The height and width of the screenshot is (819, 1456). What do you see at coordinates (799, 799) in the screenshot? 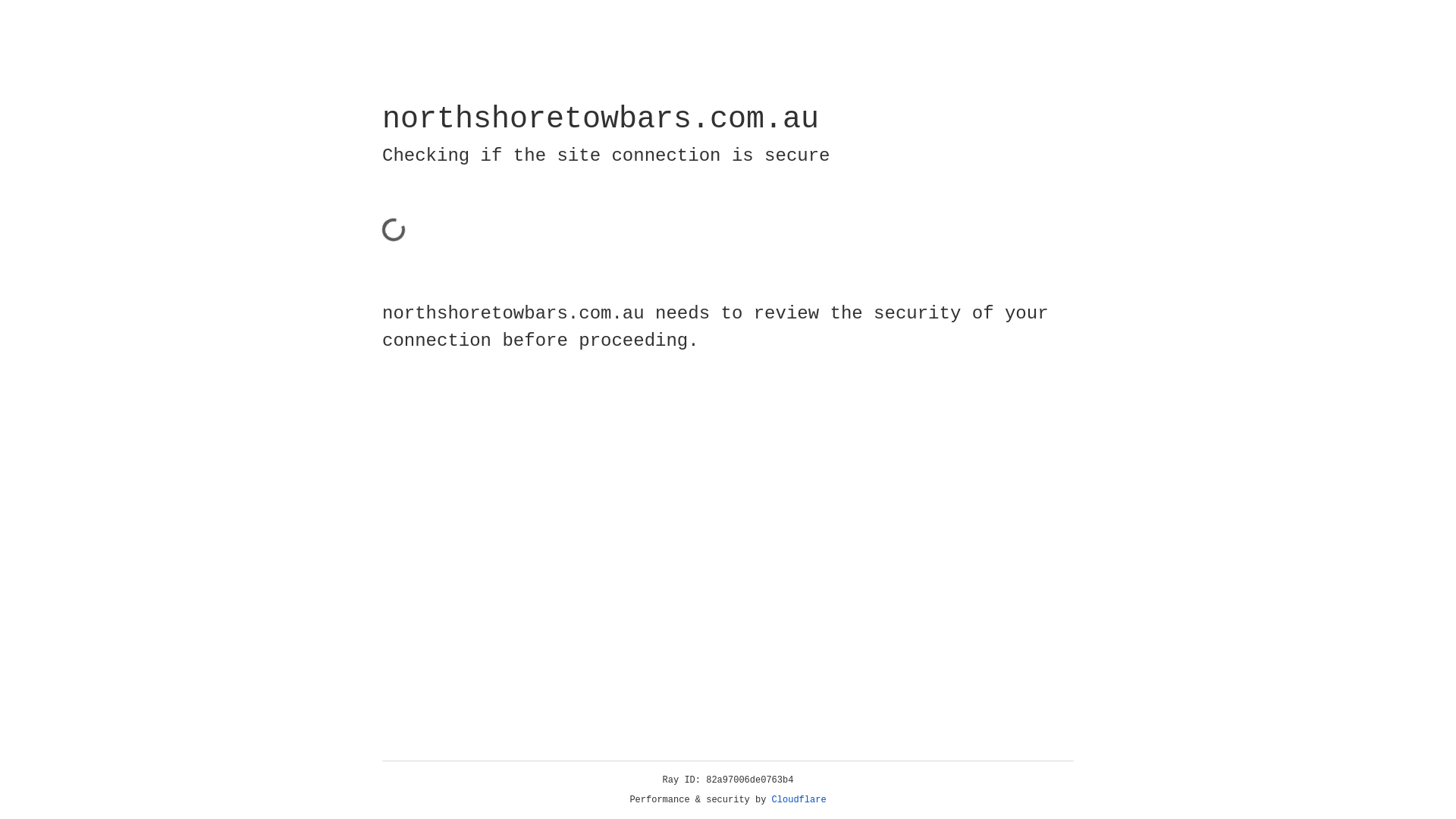
I see `'Cloudflare'` at bounding box center [799, 799].